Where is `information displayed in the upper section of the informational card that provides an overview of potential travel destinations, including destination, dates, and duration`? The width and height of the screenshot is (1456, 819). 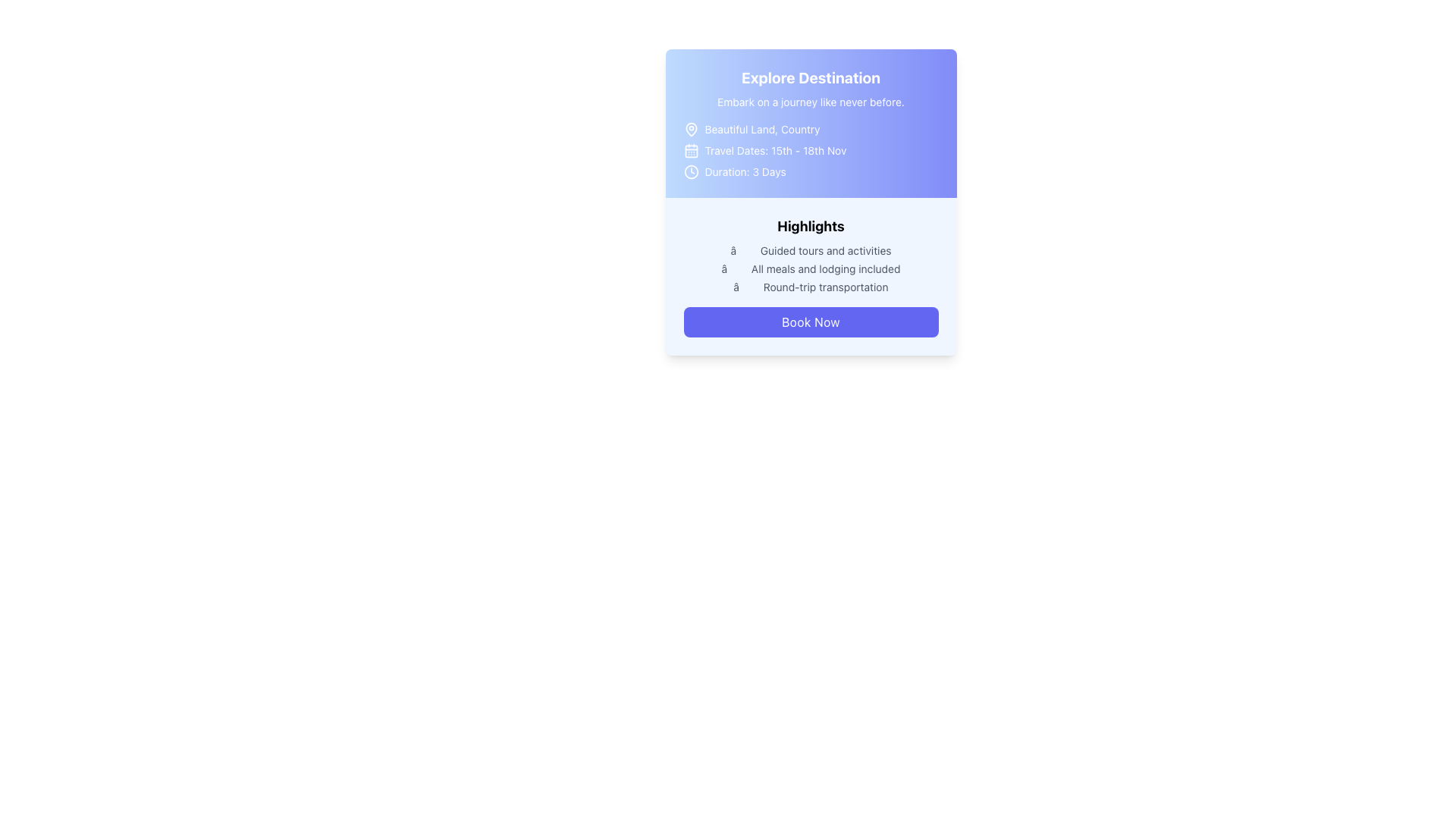
information displayed in the upper section of the informational card that provides an overview of potential travel destinations, including destination, dates, and duration is located at coordinates (810, 122).